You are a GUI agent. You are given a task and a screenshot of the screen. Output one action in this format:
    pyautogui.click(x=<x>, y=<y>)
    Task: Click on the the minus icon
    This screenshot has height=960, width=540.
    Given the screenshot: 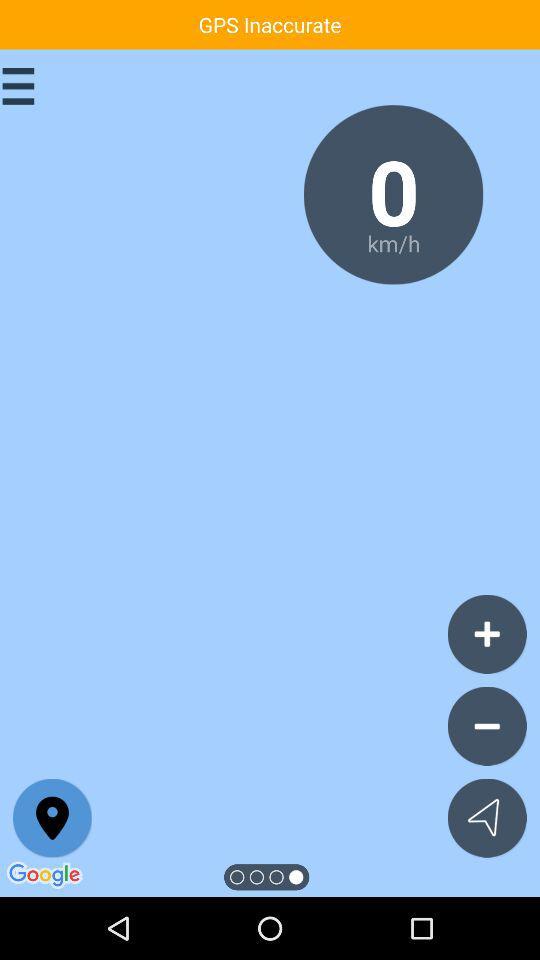 What is the action you would take?
    pyautogui.click(x=486, y=725)
    